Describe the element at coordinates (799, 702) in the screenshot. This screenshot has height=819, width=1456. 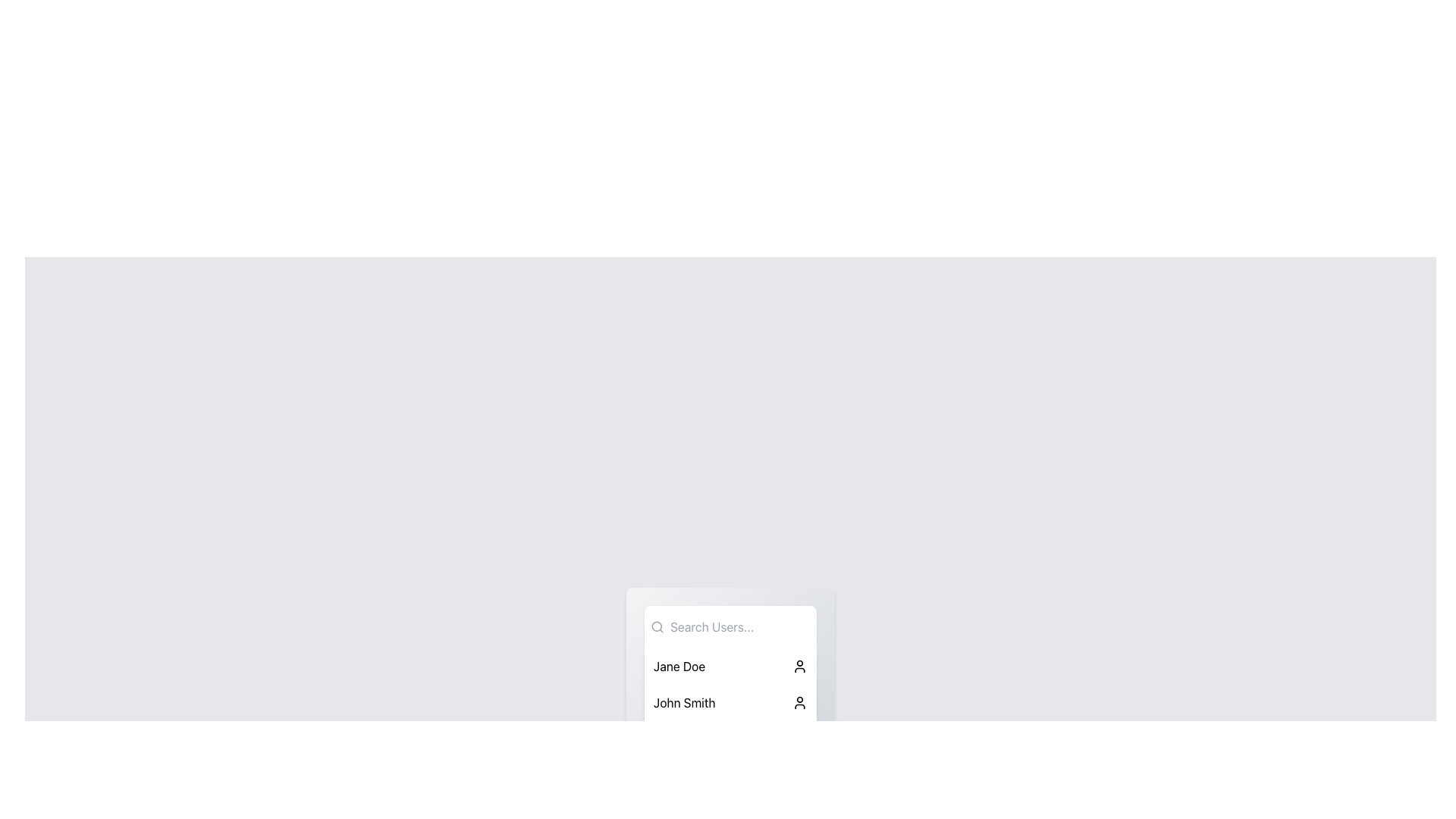
I see `the user profile icon, which is a compact black outline of a person located to the right of the name 'John Smith' in the user selection menu` at that location.